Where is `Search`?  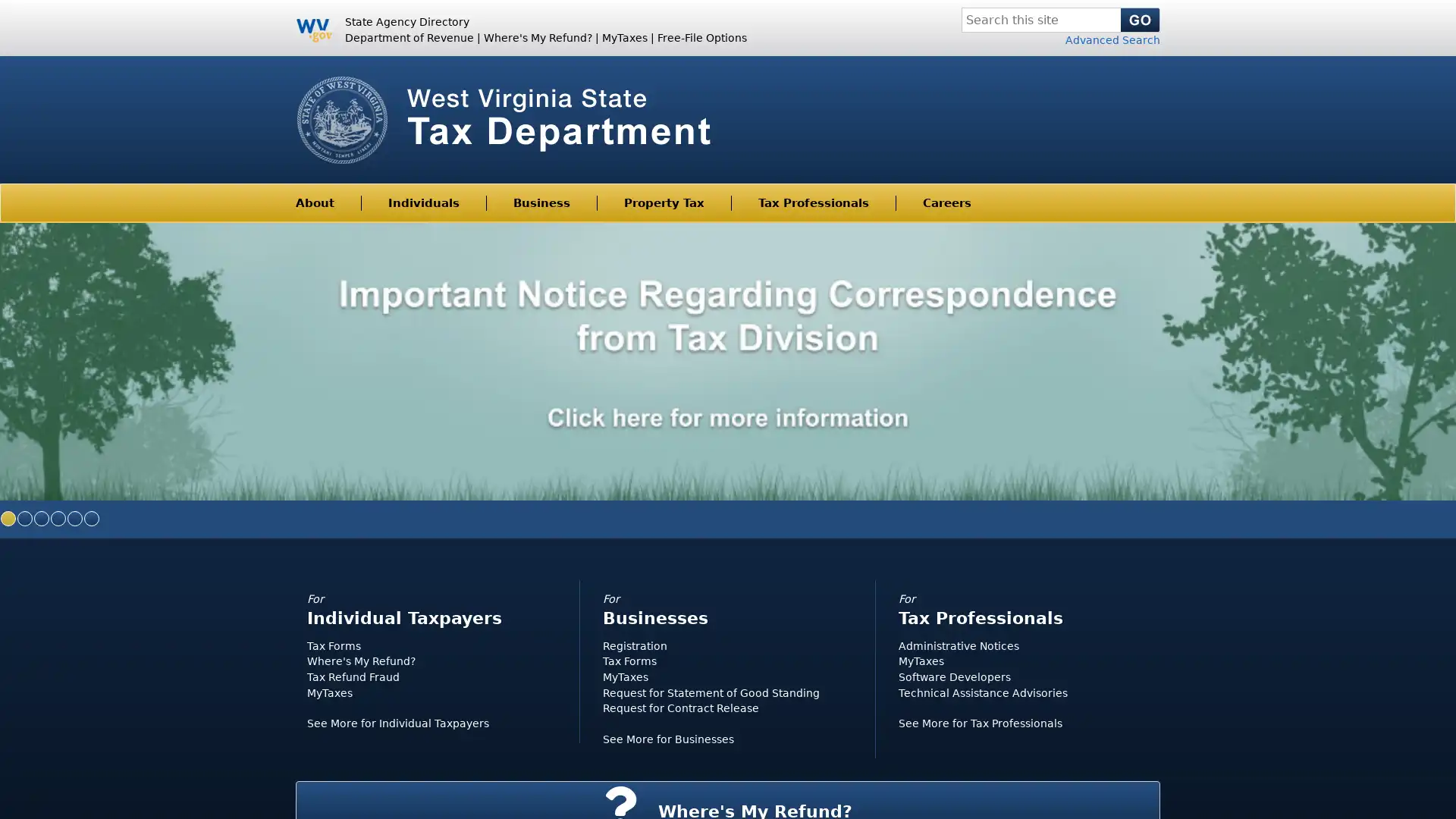
Search is located at coordinates (1140, 20).